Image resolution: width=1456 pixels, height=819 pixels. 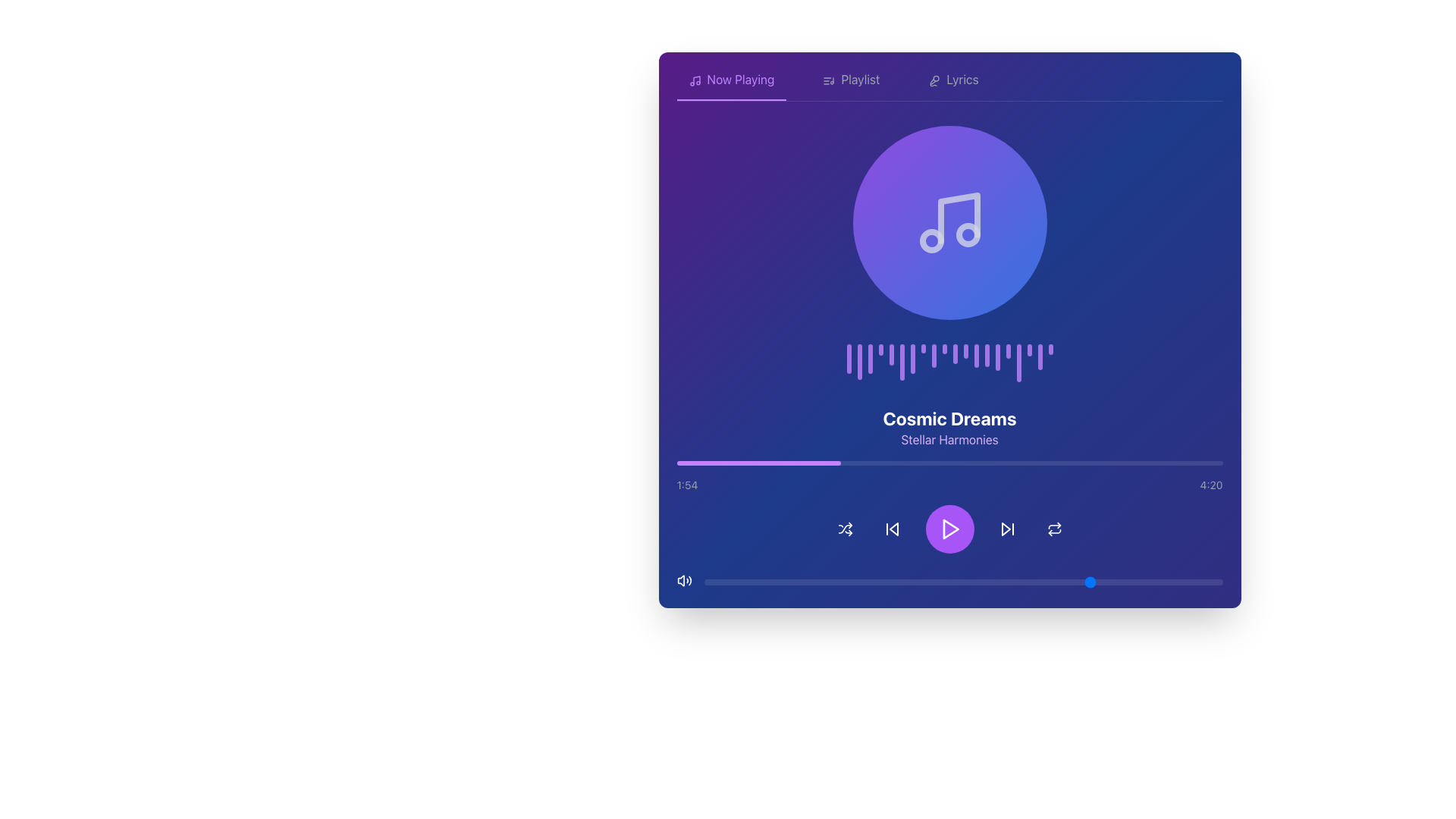 What do you see at coordinates (1018, 362) in the screenshot?
I see `the 18th vibrant purple Visualizer bar in the waveform sequence, which is a vertical rounded bar located slightly towards the right side of the display` at bounding box center [1018, 362].